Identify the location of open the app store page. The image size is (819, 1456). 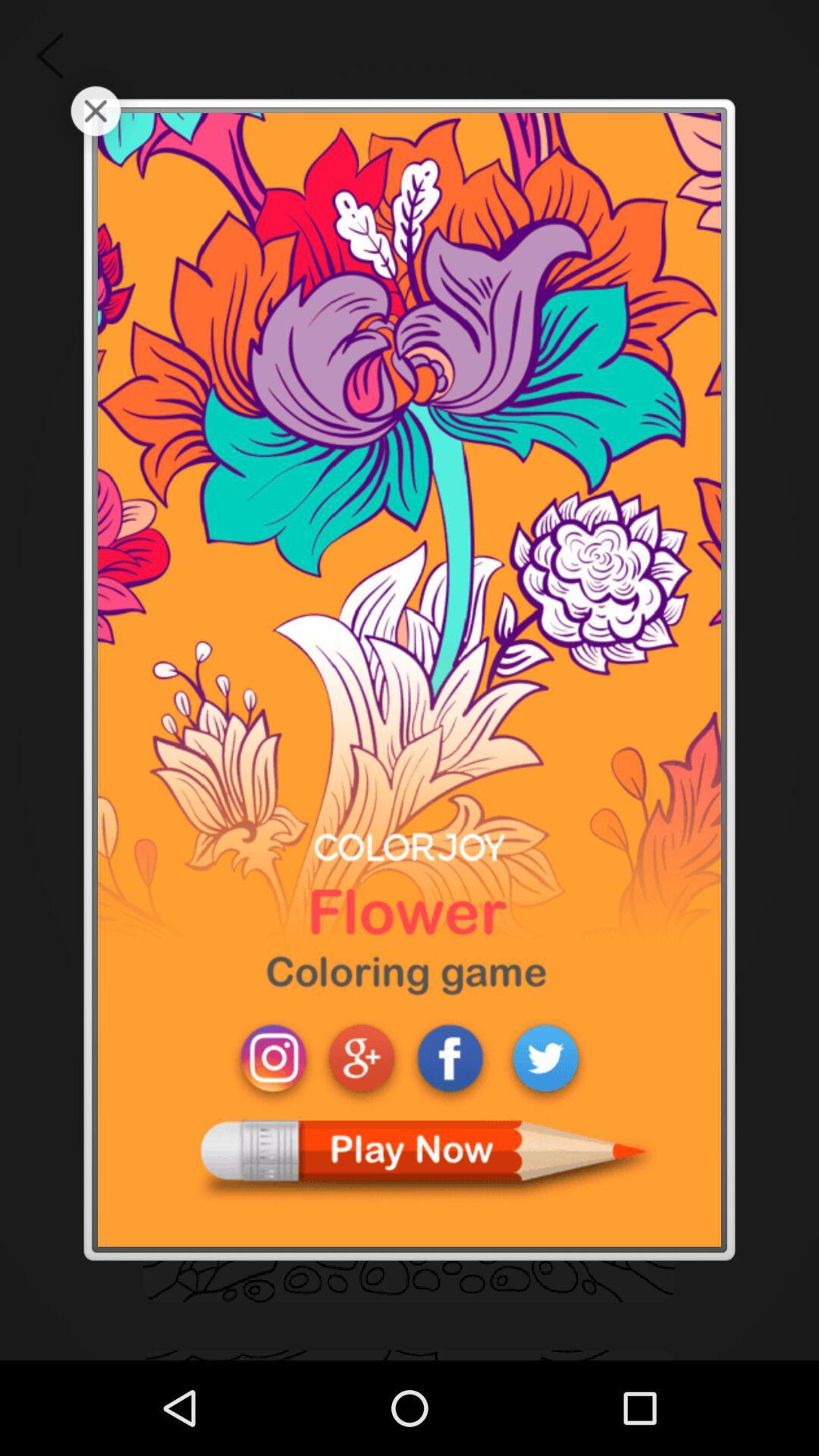
(409, 679).